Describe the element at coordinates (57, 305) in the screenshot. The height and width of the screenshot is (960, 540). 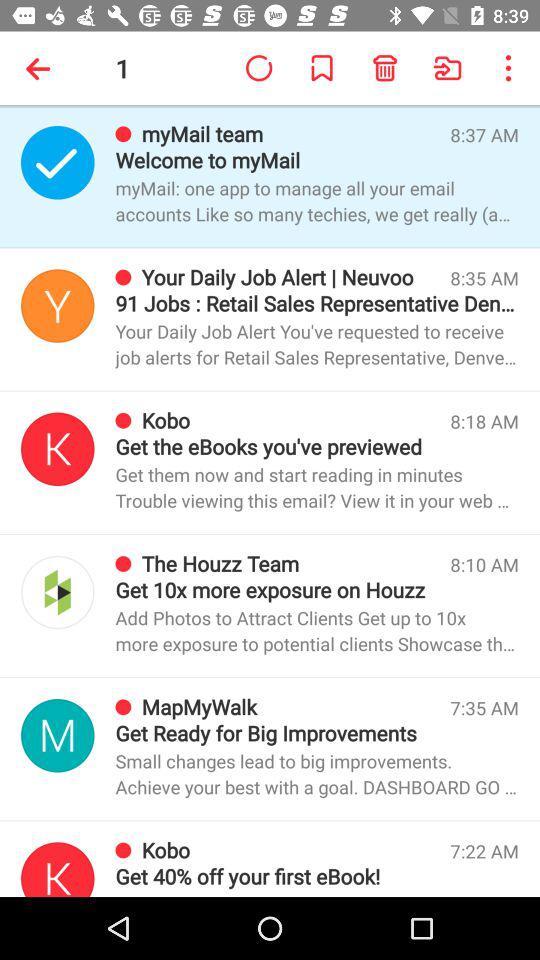
I see `the mail` at that location.